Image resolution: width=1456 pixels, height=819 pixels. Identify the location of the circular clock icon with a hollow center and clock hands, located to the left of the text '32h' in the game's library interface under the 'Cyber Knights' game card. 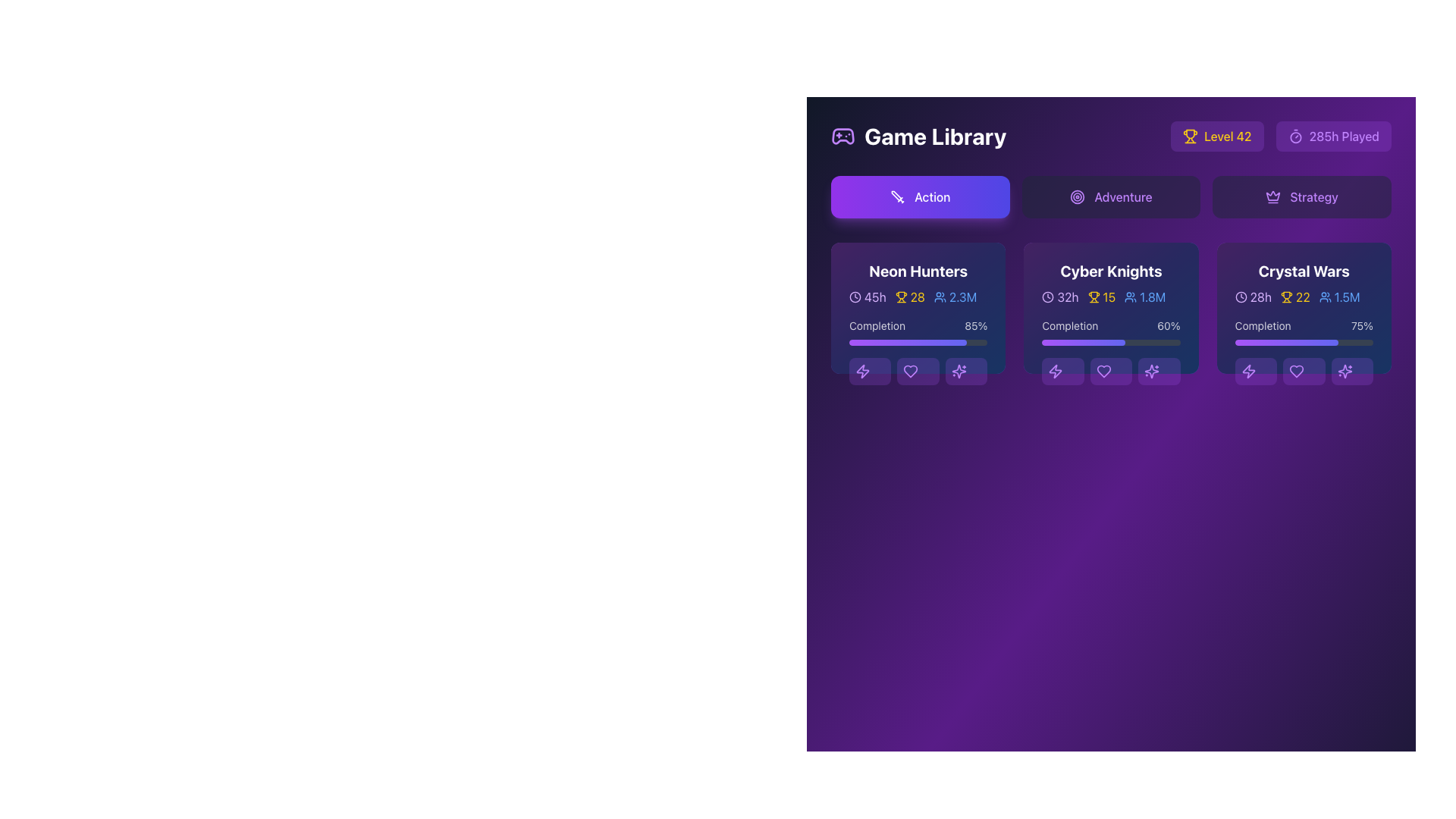
(1047, 297).